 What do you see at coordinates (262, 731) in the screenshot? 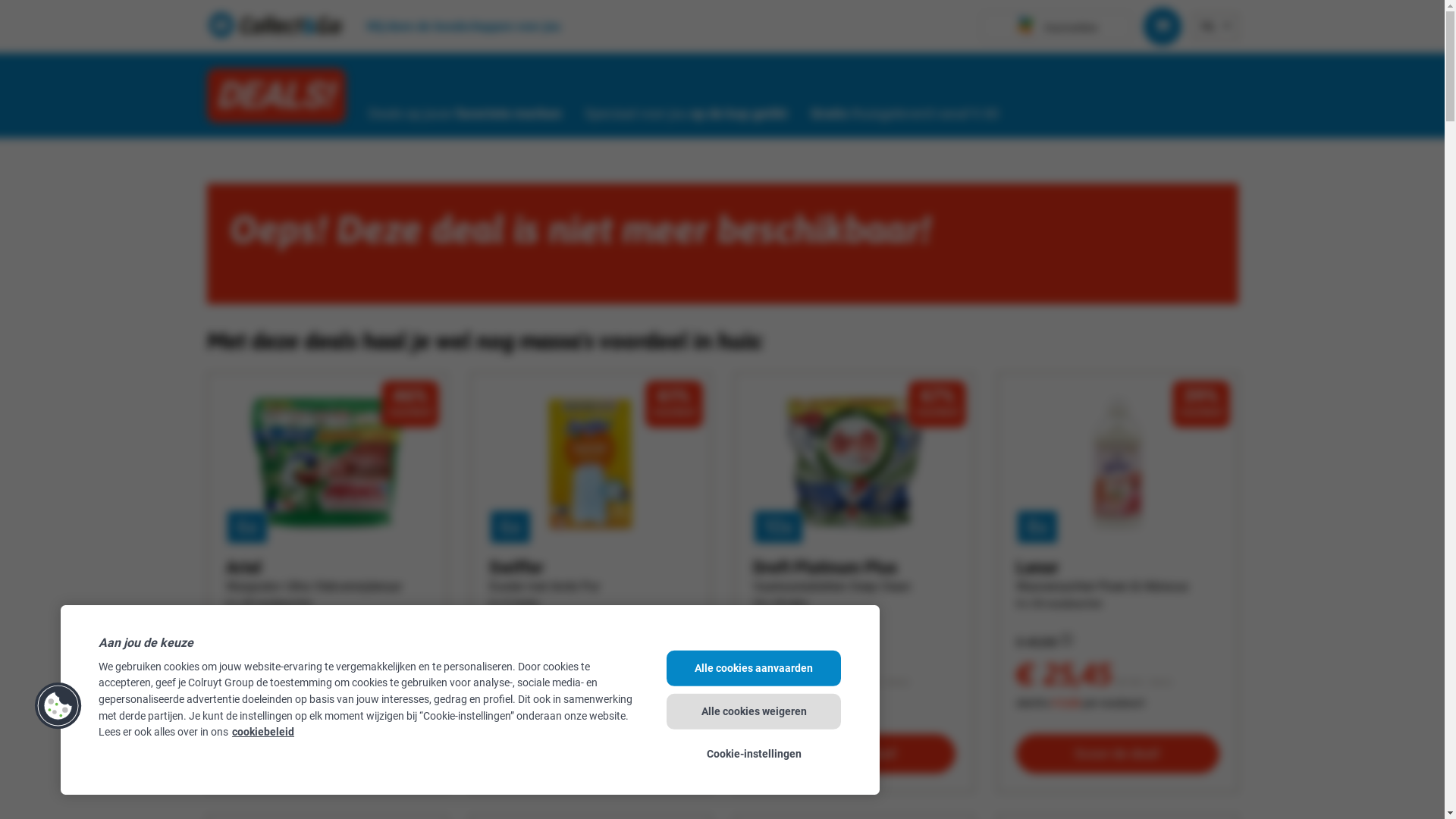
I see `'cookiebeleid'` at bounding box center [262, 731].